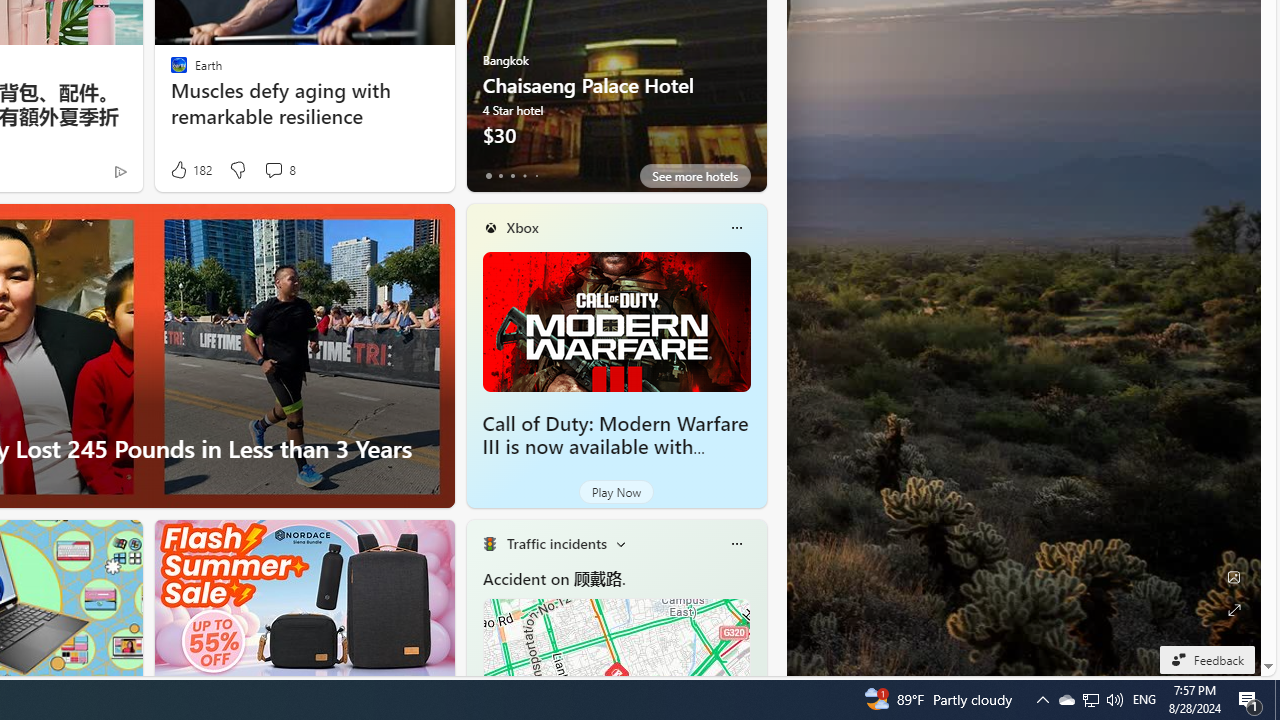 The height and width of the screenshot is (720, 1280). Describe the element at coordinates (489, 543) in the screenshot. I see `'Traffic Title Traffic Light'` at that location.